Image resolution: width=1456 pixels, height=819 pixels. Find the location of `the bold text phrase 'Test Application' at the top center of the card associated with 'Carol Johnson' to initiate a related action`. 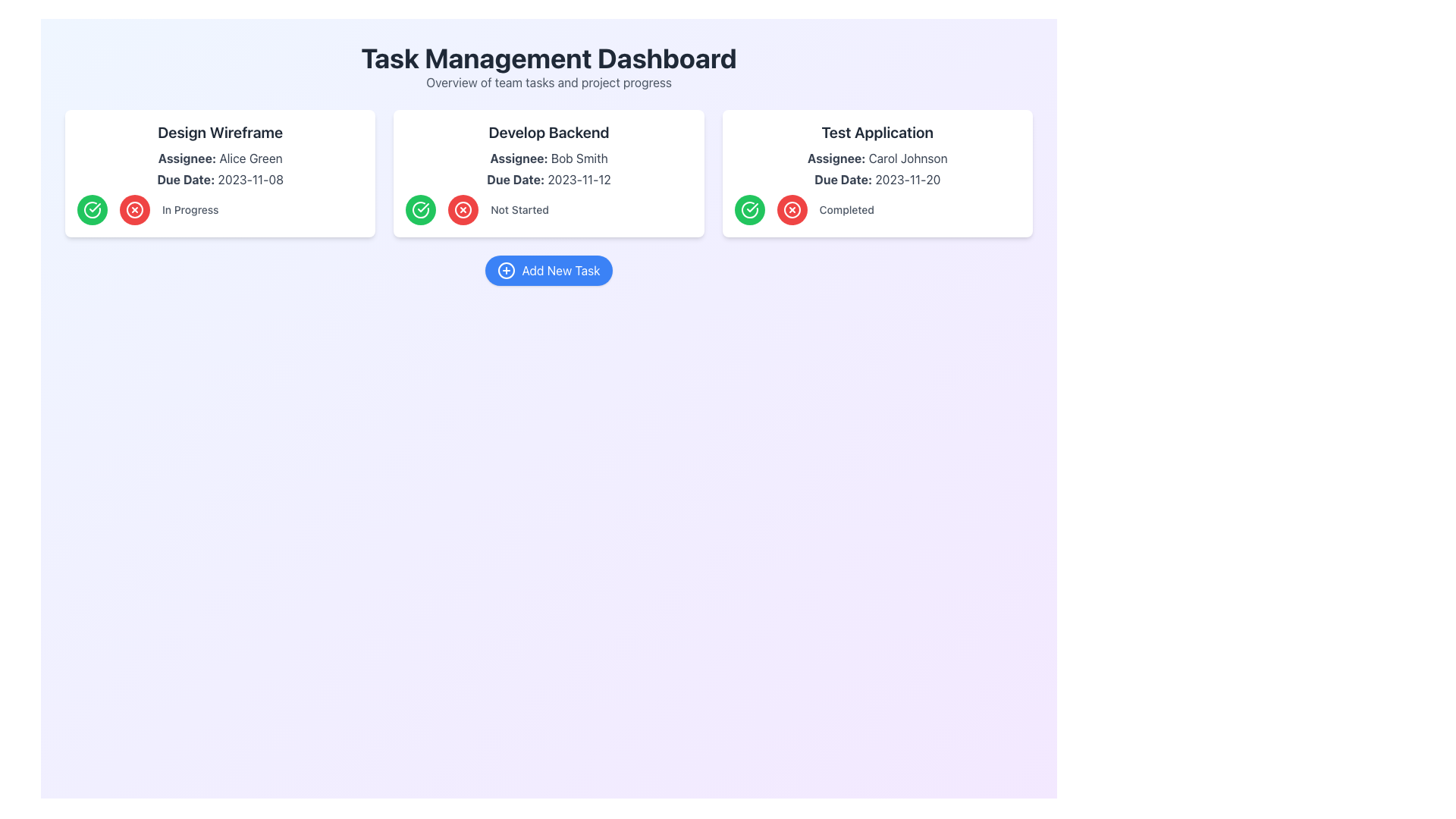

the bold text phrase 'Test Application' at the top center of the card associated with 'Carol Johnson' to initiate a related action is located at coordinates (877, 131).